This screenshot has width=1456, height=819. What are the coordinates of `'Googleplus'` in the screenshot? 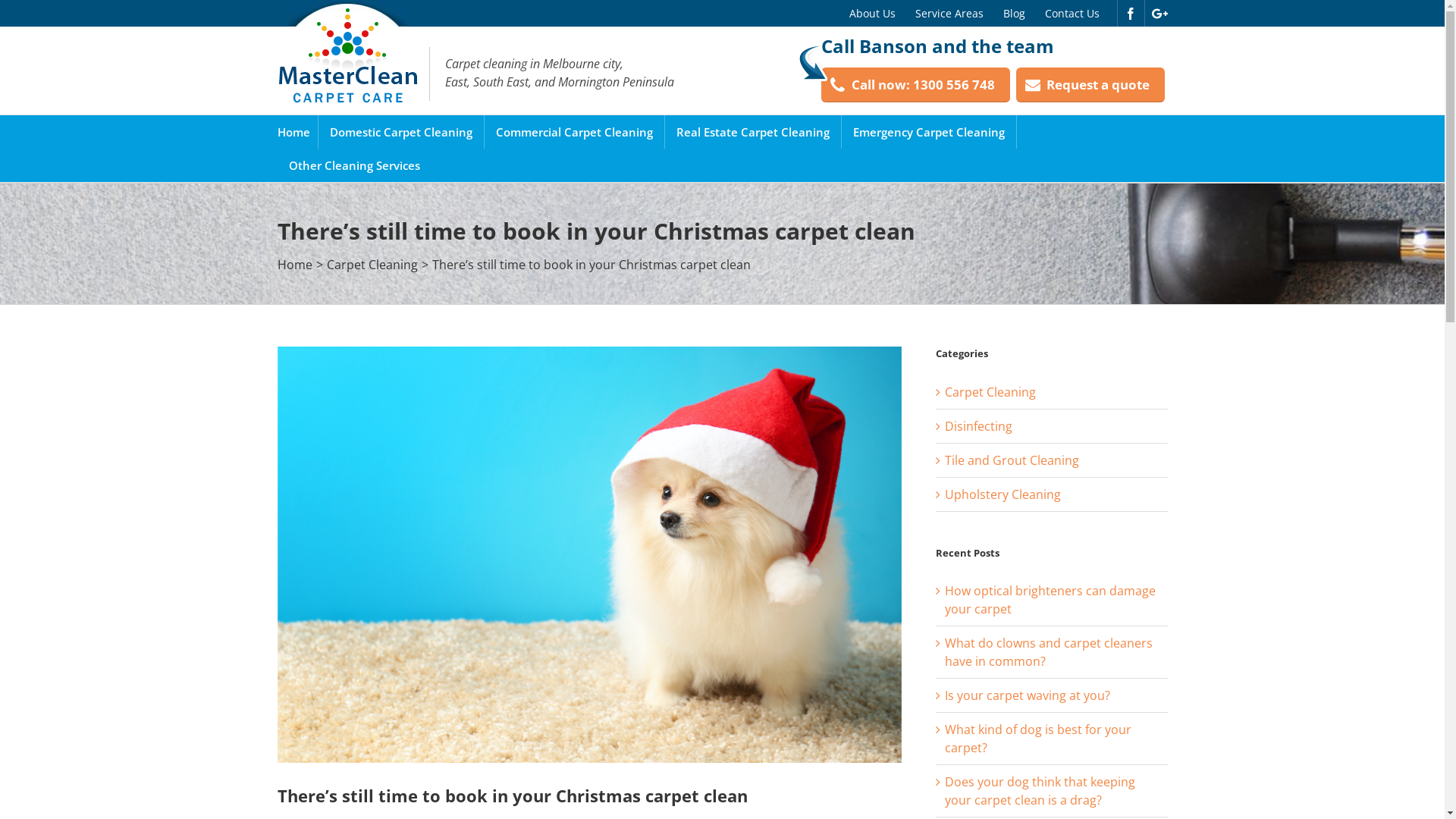 It's located at (1158, 14).